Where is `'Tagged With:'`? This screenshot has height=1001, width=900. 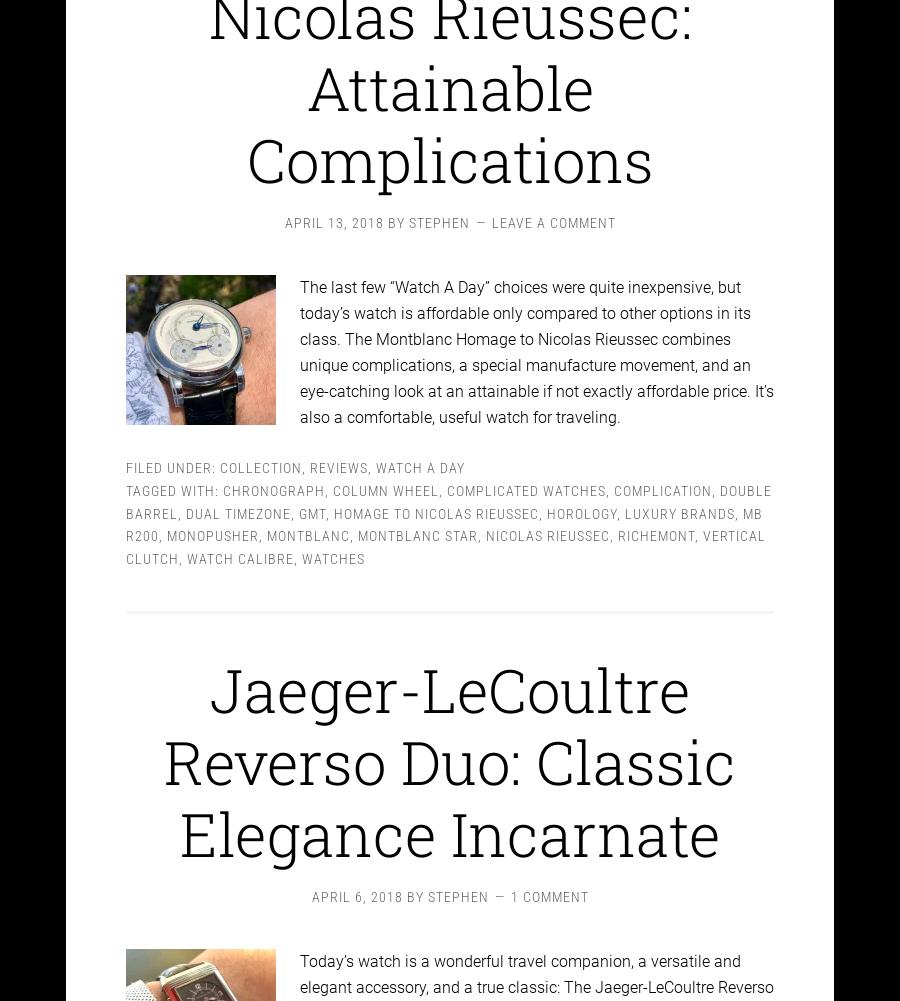
'Tagged With:' is located at coordinates (174, 472).